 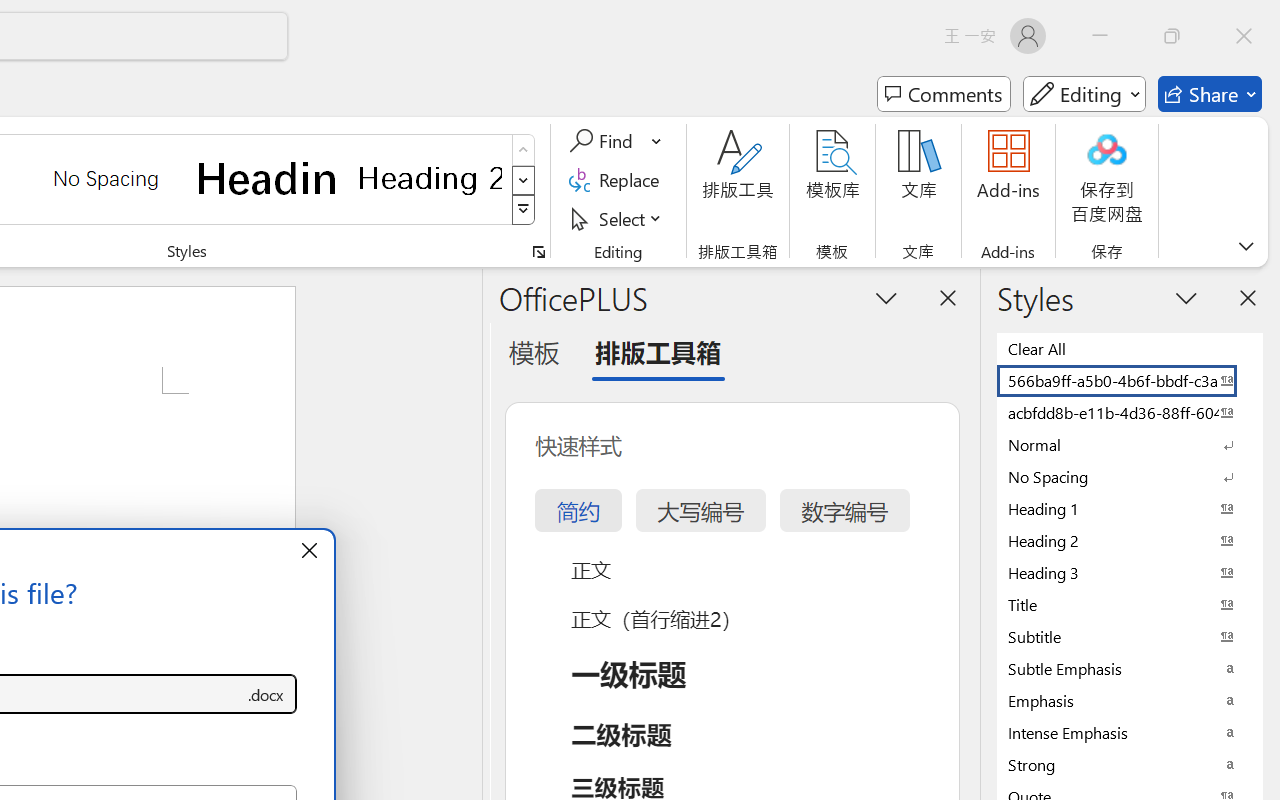 I want to click on 'Mode', so click(x=1083, y=94).